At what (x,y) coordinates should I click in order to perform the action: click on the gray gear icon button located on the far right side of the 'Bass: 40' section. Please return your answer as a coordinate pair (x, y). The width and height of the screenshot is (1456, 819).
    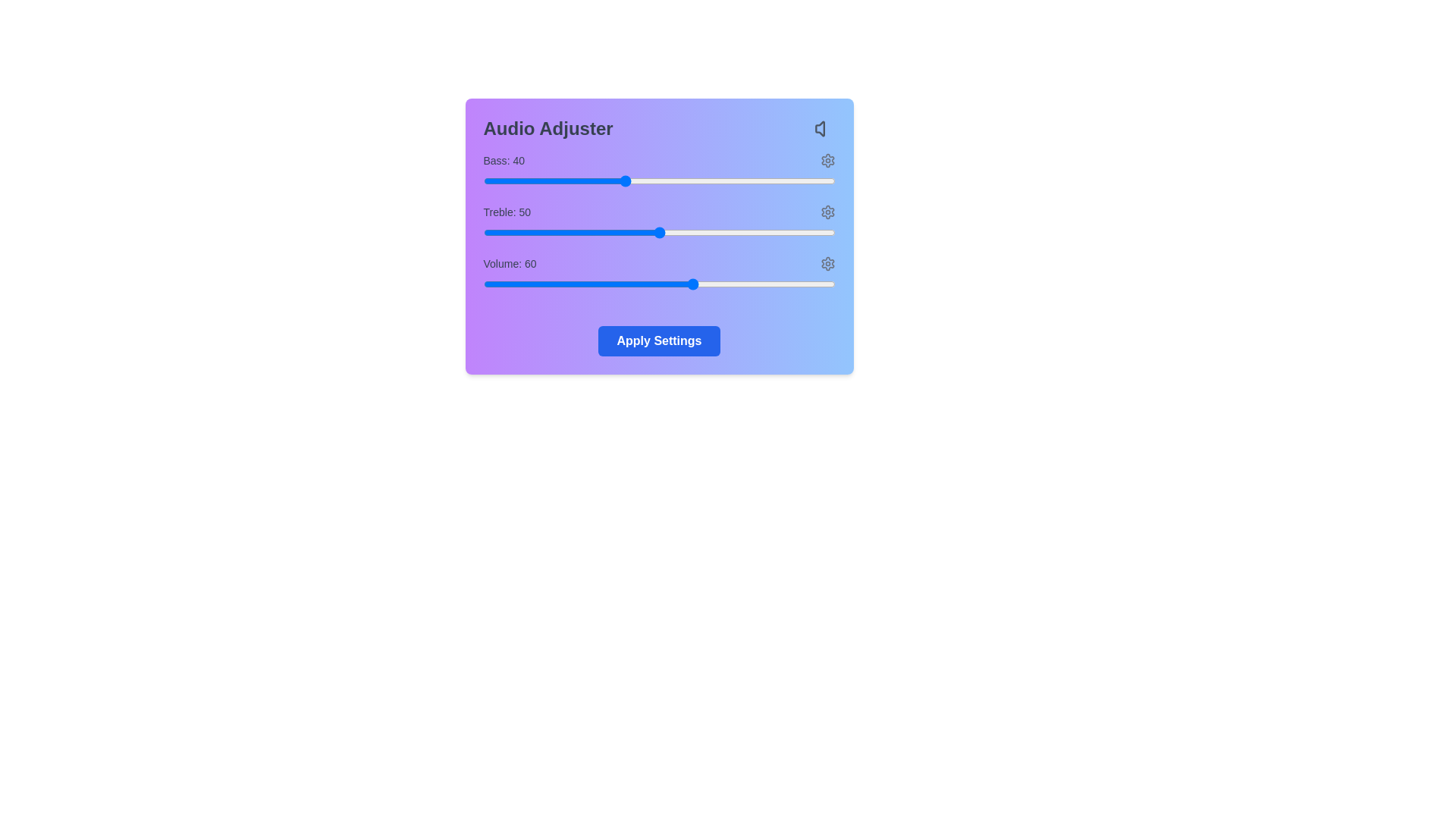
    Looking at the image, I should click on (827, 161).